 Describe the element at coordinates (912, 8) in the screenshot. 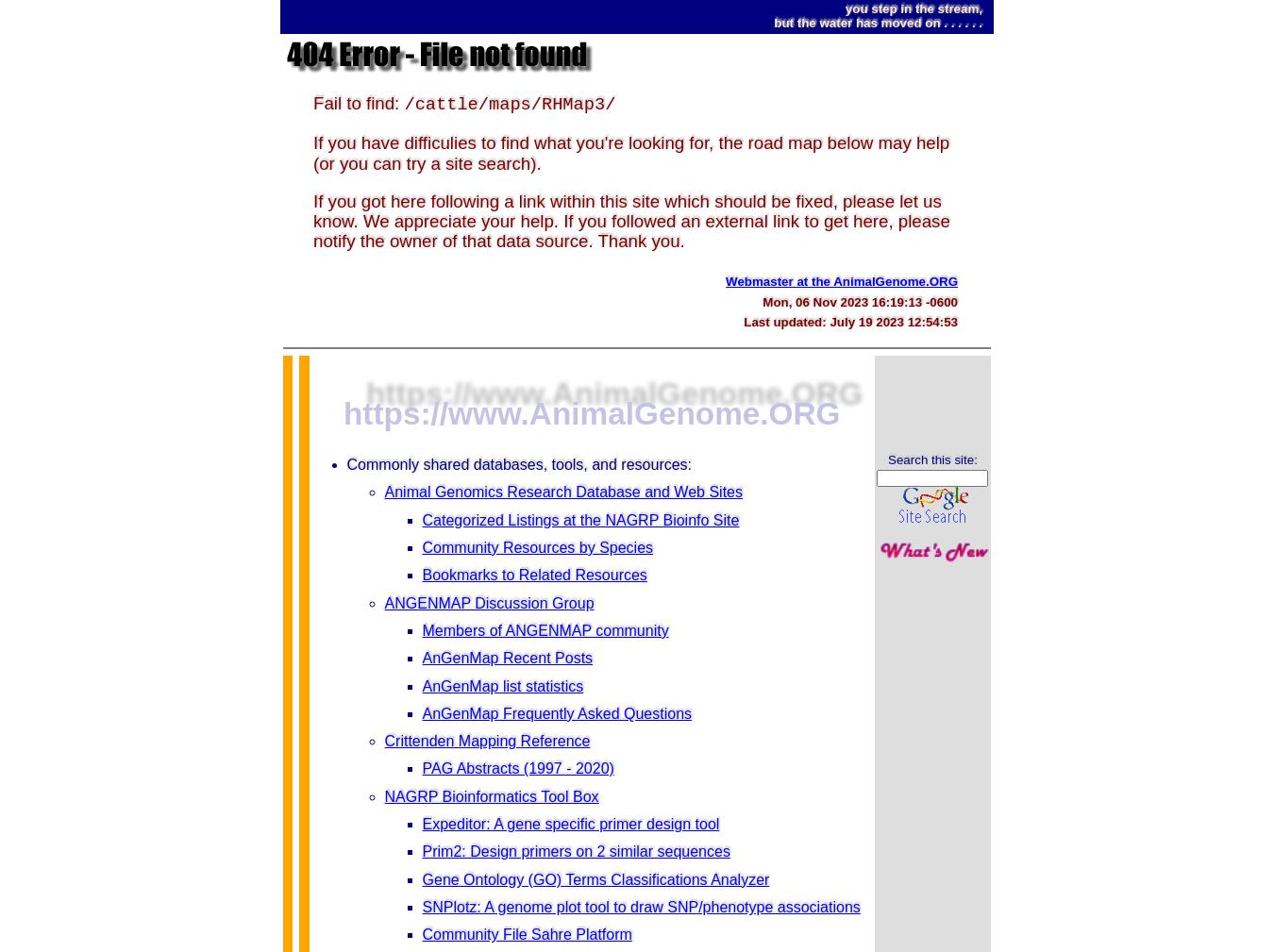

I see `'you step in the stream,'` at that location.